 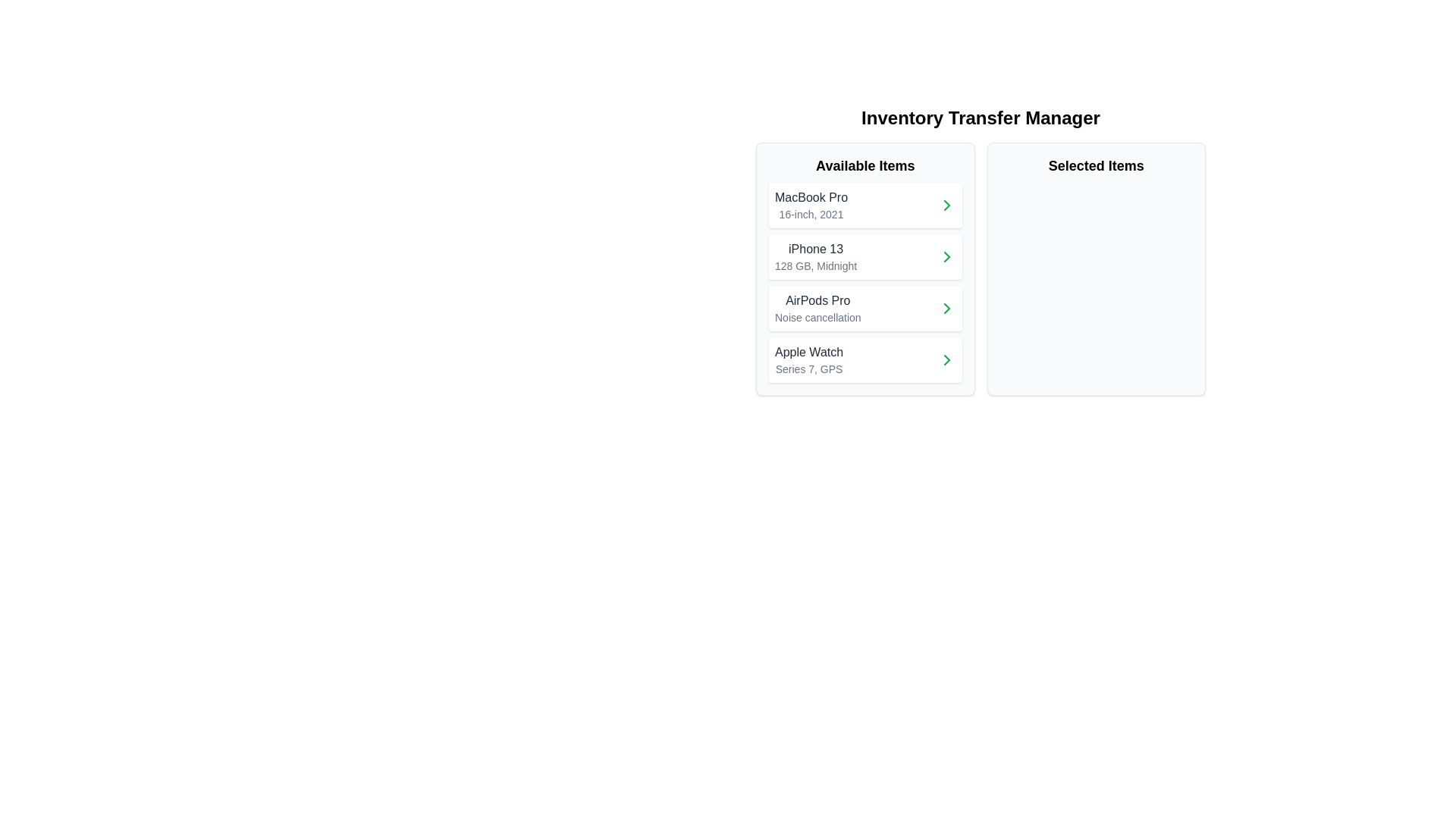 What do you see at coordinates (811, 205) in the screenshot?
I see `the 'MacBook Pro' text element, which includes the title and description` at bounding box center [811, 205].